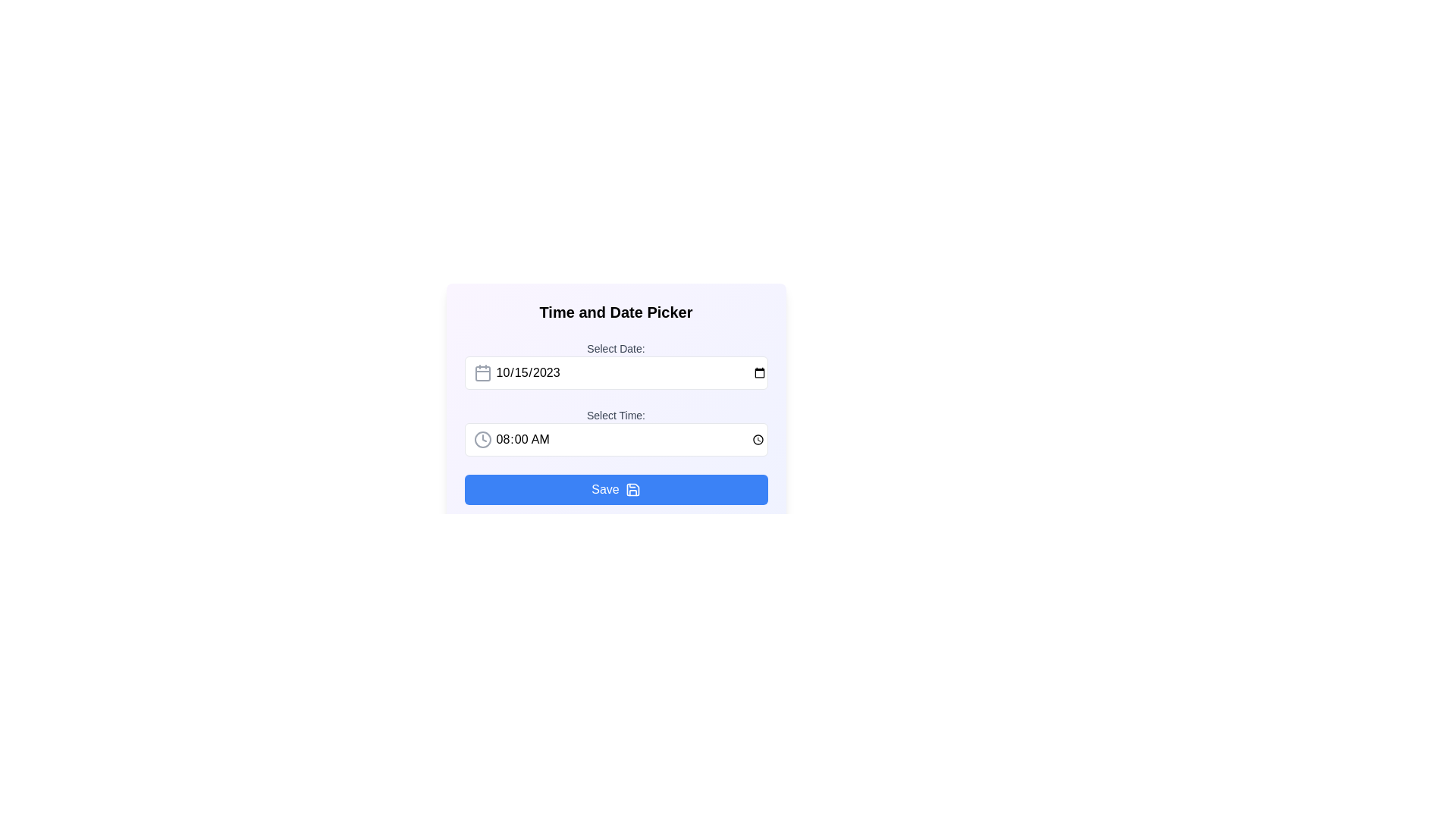 This screenshot has width=1456, height=819. What do you see at coordinates (632, 489) in the screenshot?
I see `the 'Save' icon located at the center of the 'Save' button in the modal dialog` at bounding box center [632, 489].